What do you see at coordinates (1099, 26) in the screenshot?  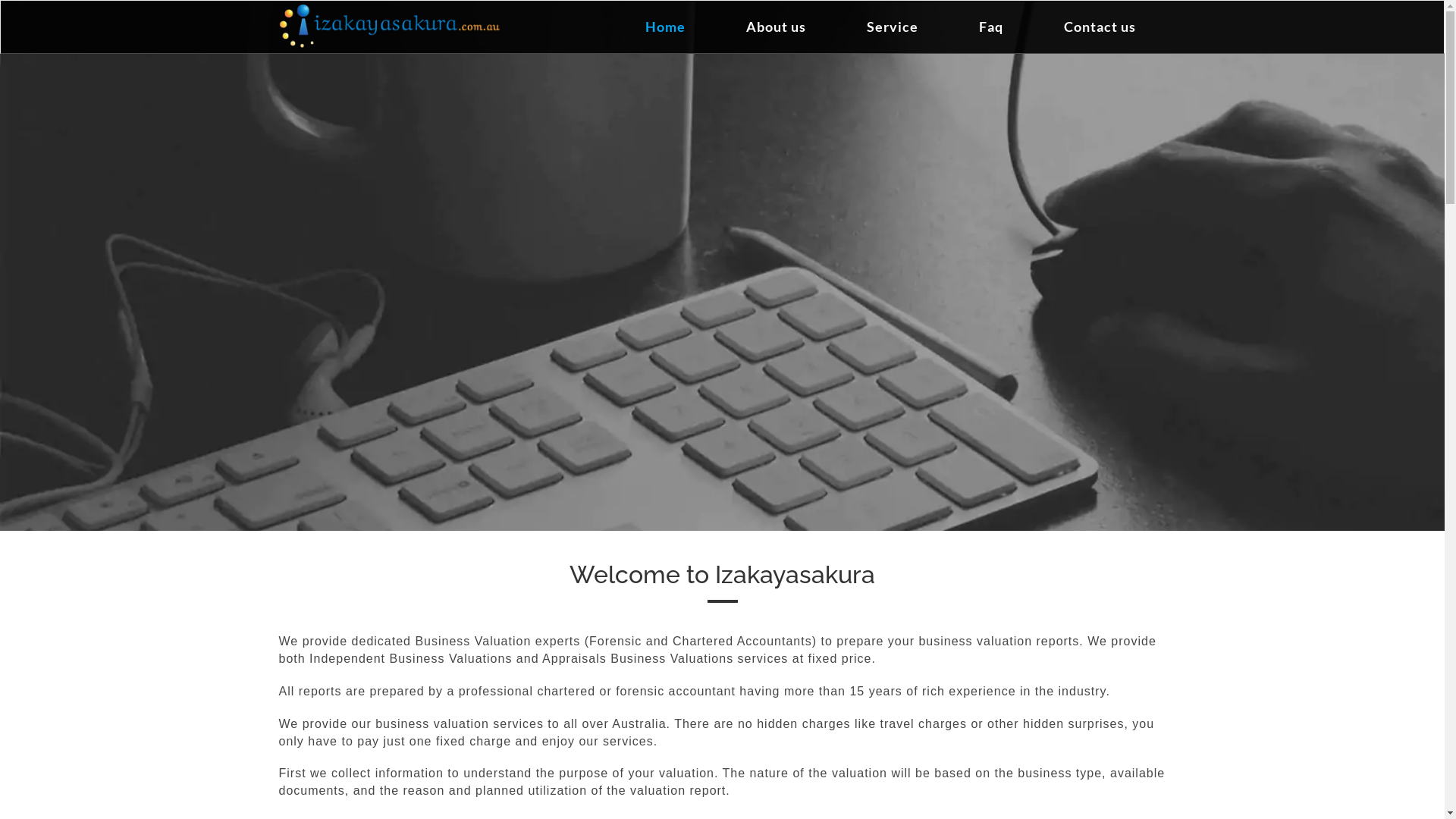 I see `'Contact us'` at bounding box center [1099, 26].